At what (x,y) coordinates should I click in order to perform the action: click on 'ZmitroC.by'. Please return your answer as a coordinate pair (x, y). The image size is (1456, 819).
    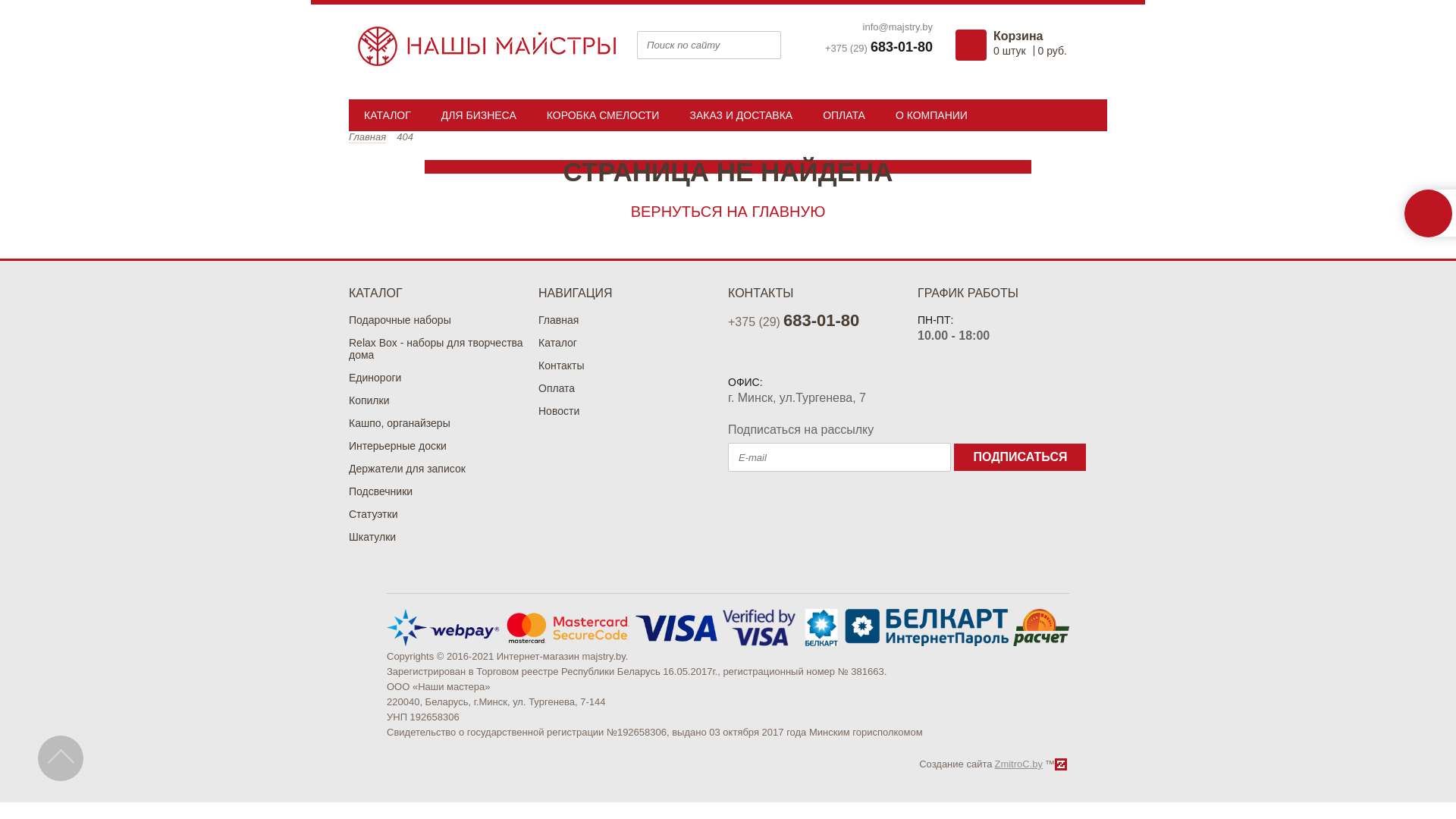
    Looking at the image, I should click on (1018, 764).